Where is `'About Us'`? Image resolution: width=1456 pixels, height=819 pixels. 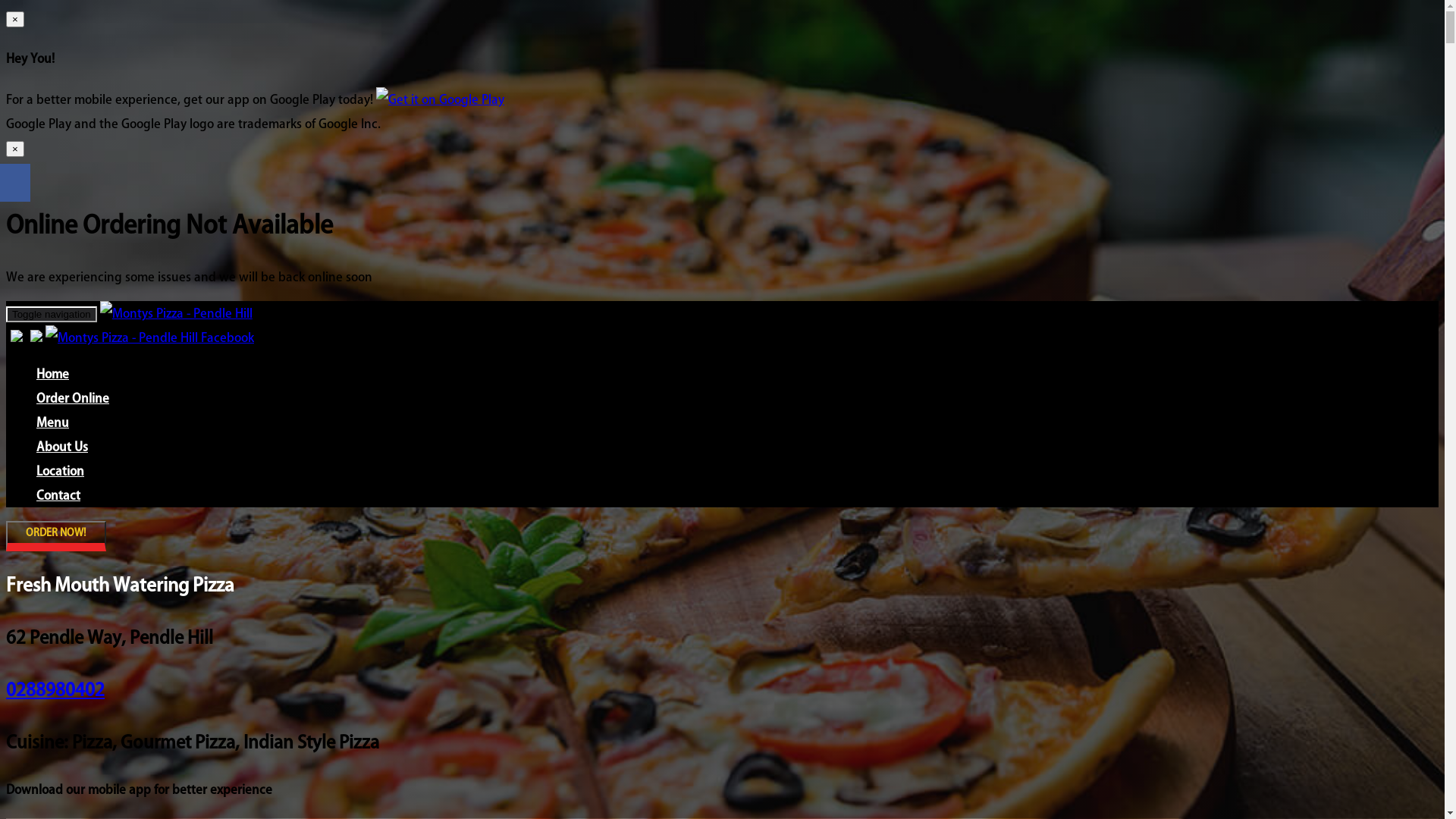 'About Us' is located at coordinates (36, 446).